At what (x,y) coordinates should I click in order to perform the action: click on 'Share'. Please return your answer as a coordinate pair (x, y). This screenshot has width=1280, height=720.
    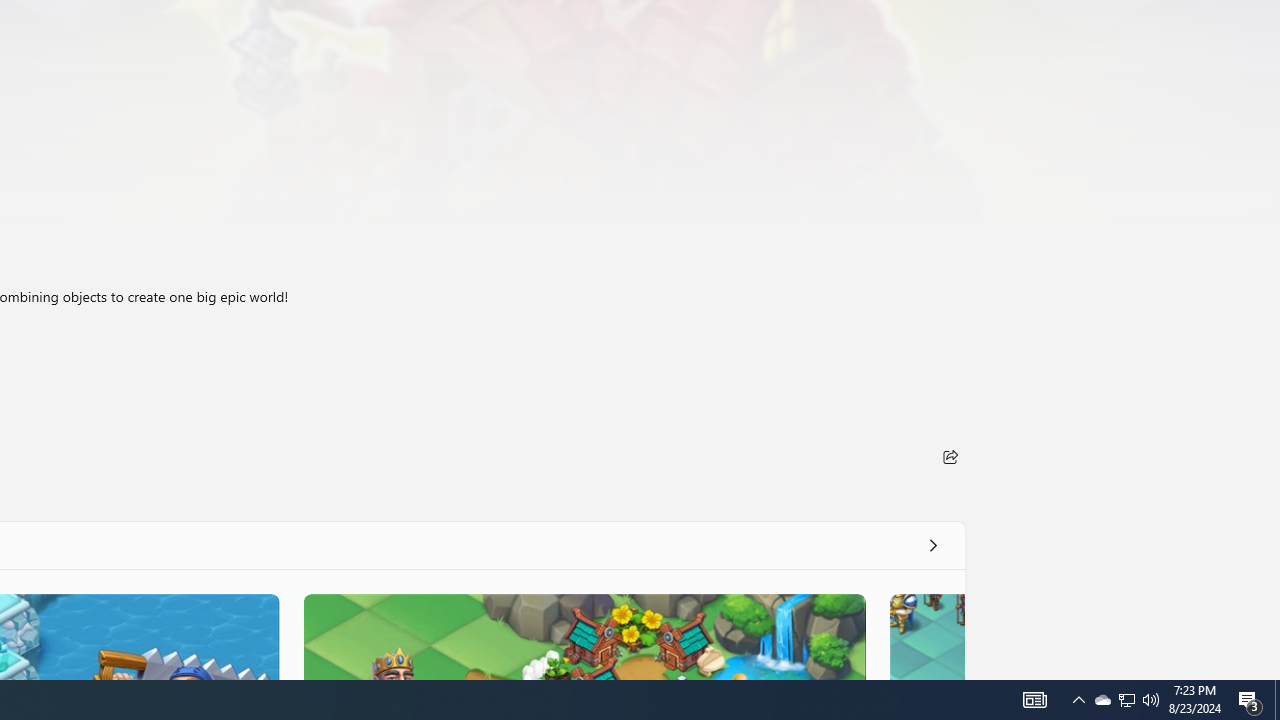
    Looking at the image, I should click on (949, 456).